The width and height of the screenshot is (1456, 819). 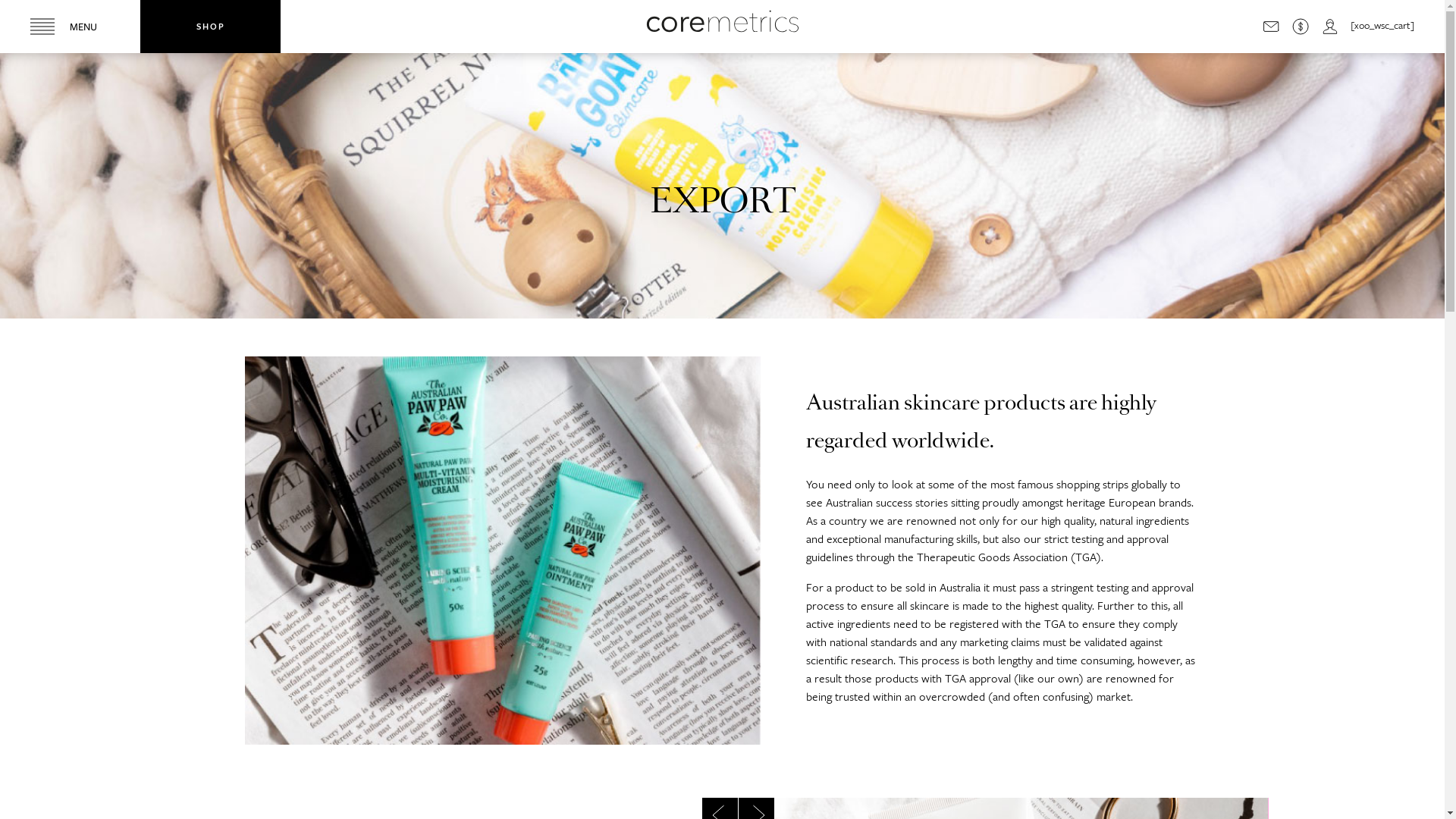 What do you see at coordinates (1291, 26) in the screenshot?
I see `'Money'` at bounding box center [1291, 26].